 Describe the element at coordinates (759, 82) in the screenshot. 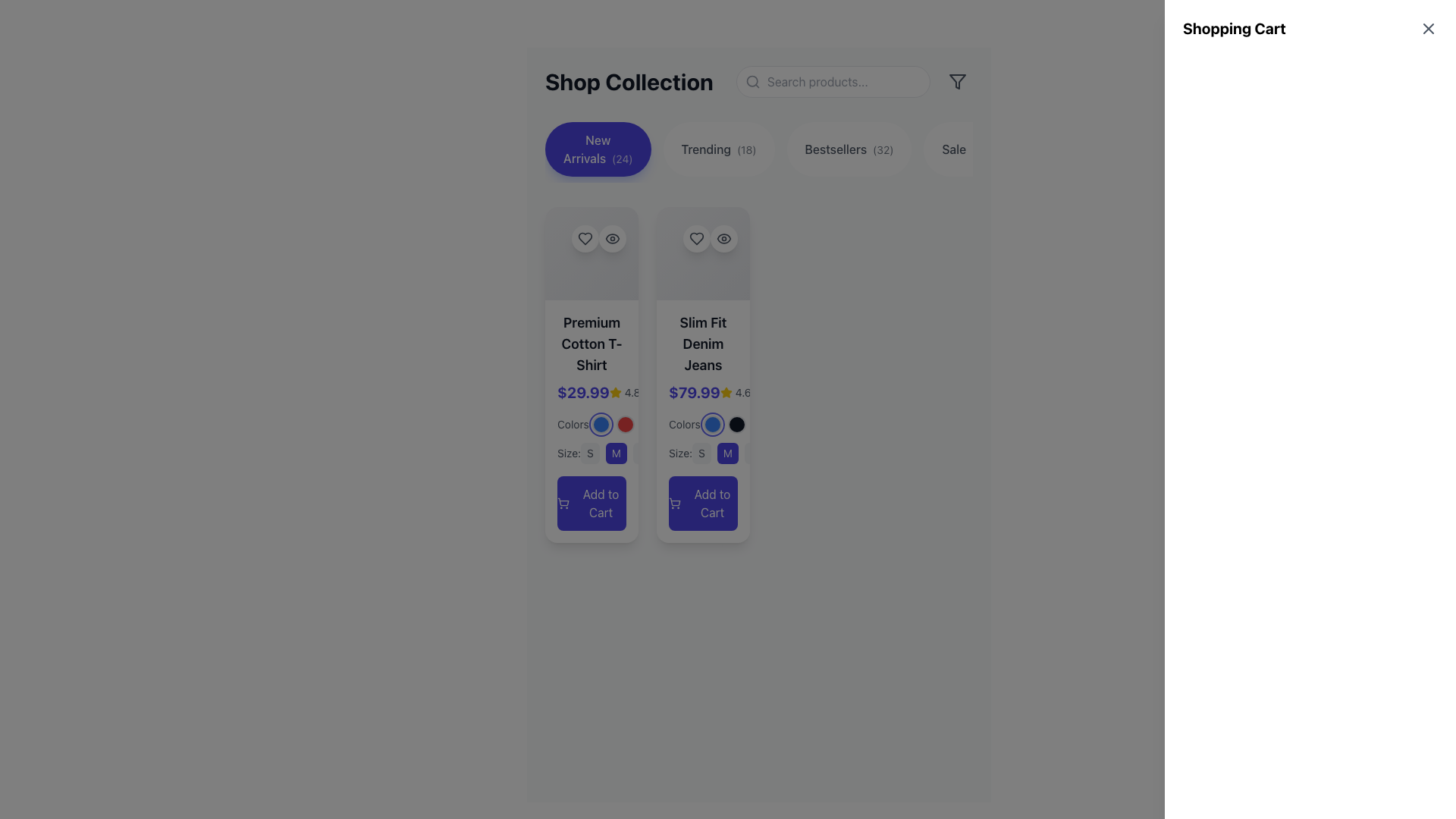

I see `the search icon located on the Header and utility bar of the product collection page to initiate a search` at that location.